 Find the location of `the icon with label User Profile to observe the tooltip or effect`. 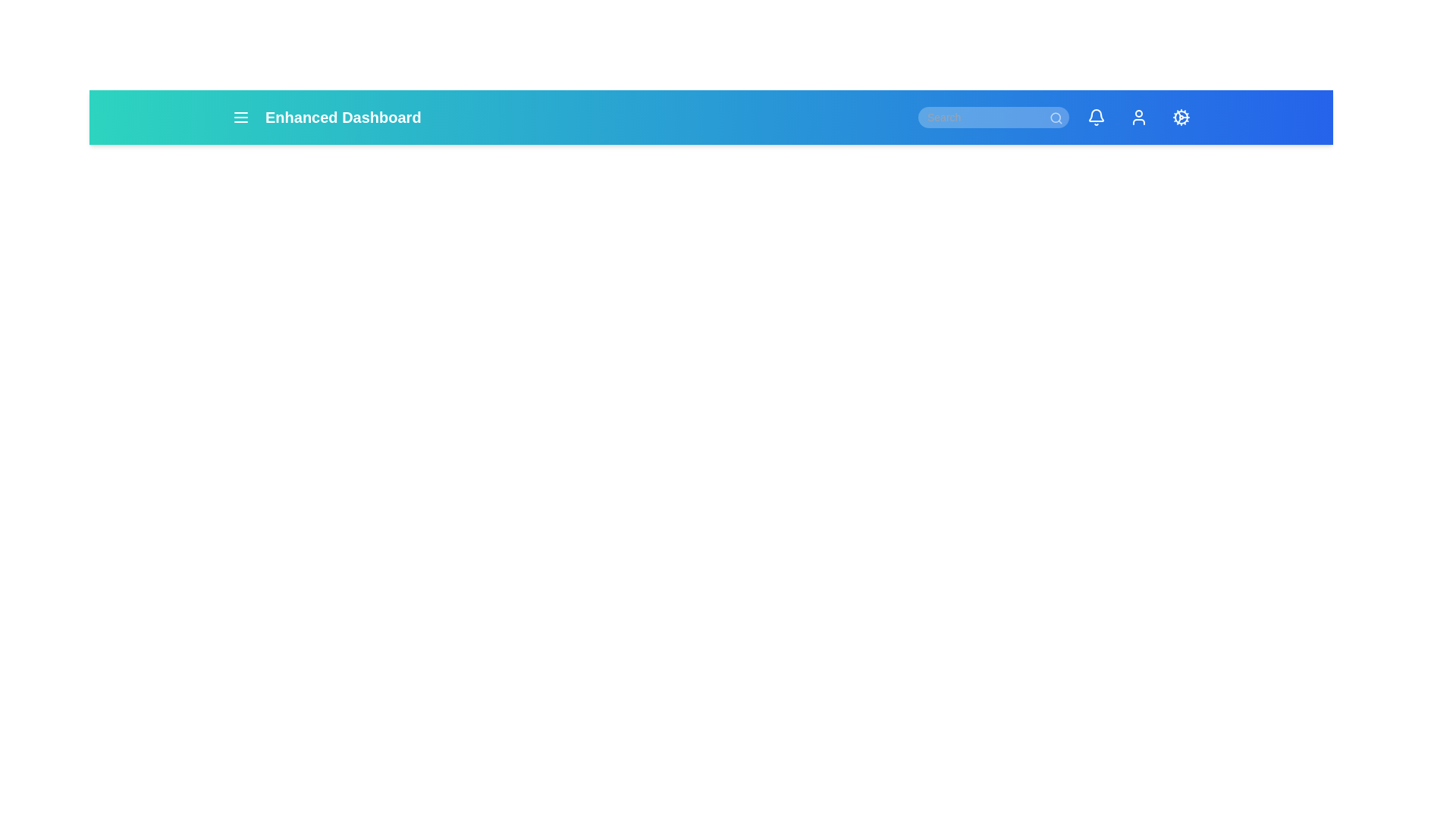

the icon with label User Profile to observe the tooltip or effect is located at coordinates (1139, 116).